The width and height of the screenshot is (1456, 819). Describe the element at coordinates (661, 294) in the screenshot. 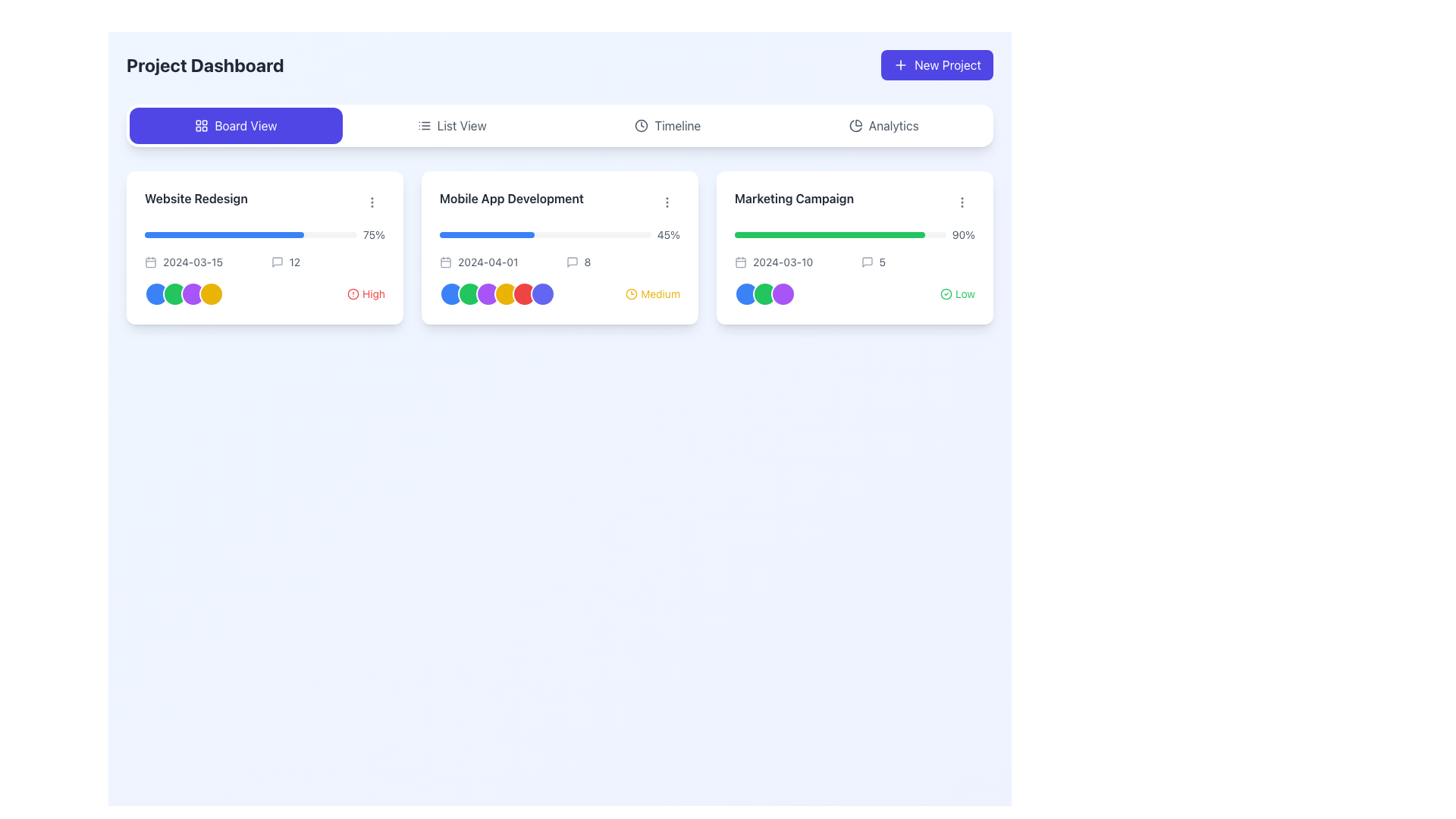

I see `the 'Medium' text label indicating the priority level within the 'Mobile App Development' card, located to the right of the clock icon` at that location.